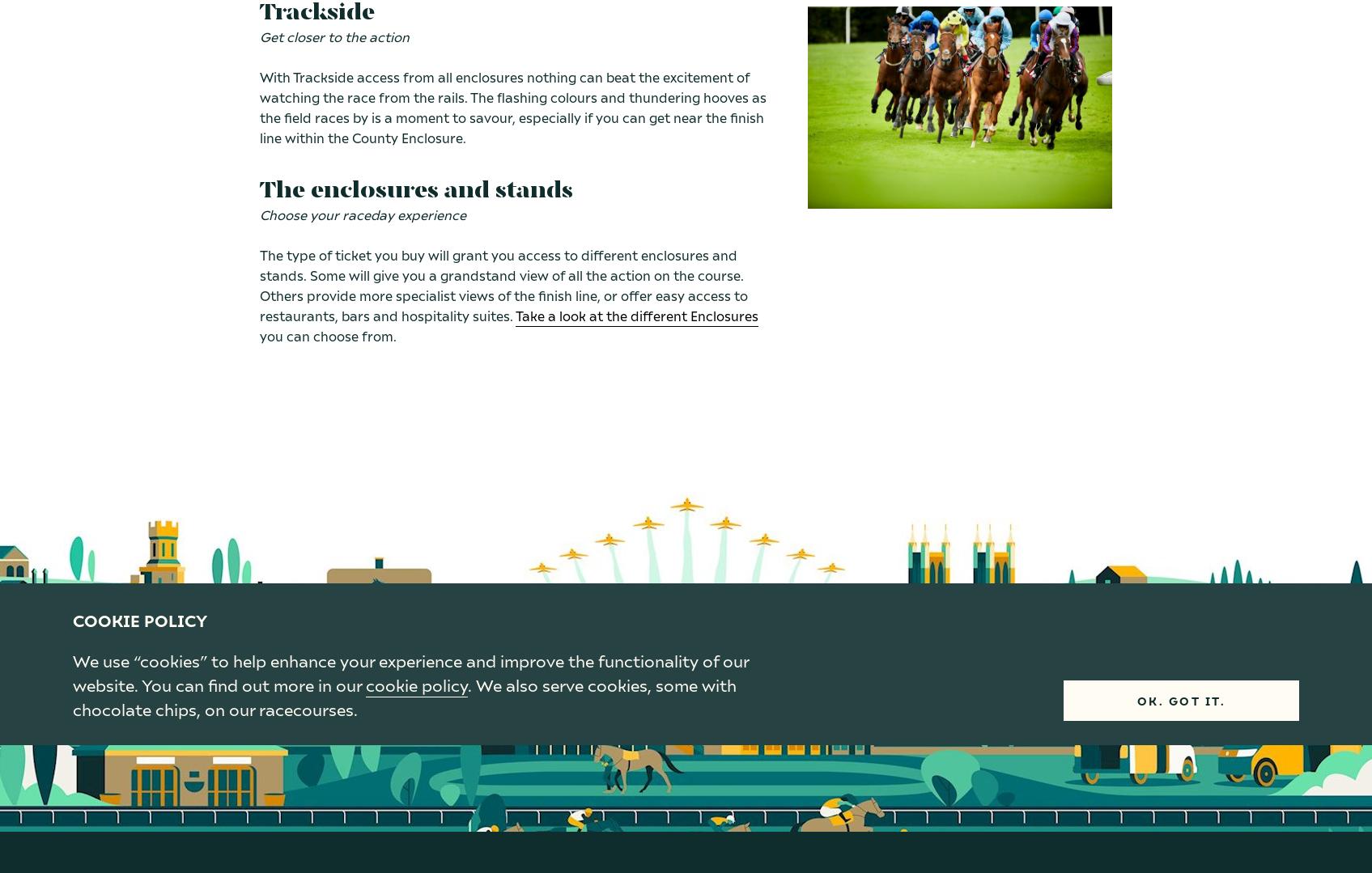 The height and width of the screenshot is (873, 1372). Describe the element at coordinates (502, 285) in the screenshot. I see `'The type of ticket you buy will grant you access to different enclosures and stands. Some will give you a grandstand view of all the action on the course. Others provide more specialist views of the finish line, or offer easy access to restaurants, bars and hospitality suites.'` at that location.